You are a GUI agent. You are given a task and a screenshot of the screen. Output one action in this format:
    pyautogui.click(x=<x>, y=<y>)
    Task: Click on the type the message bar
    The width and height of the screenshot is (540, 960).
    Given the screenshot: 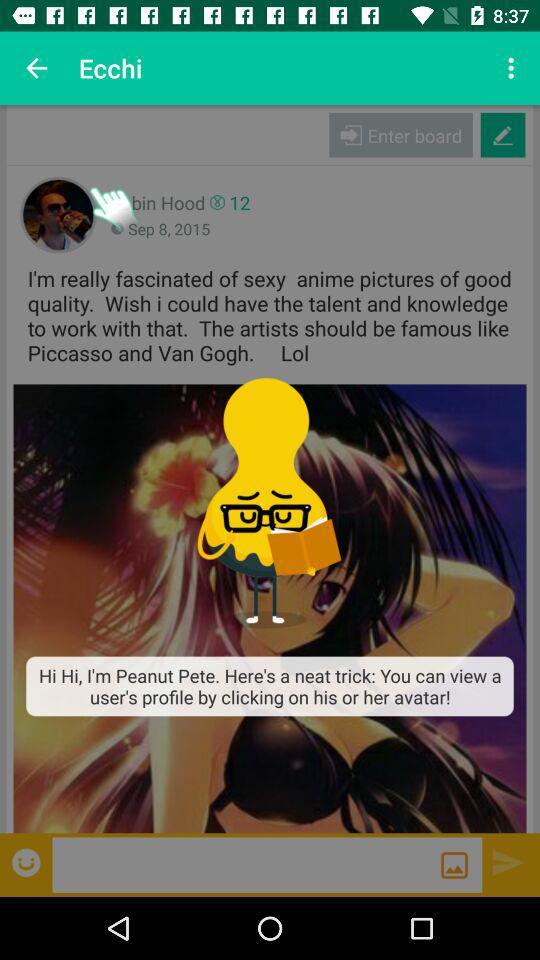 What is the action you would take?
    pyautogui.click(x=246, y=863)
    